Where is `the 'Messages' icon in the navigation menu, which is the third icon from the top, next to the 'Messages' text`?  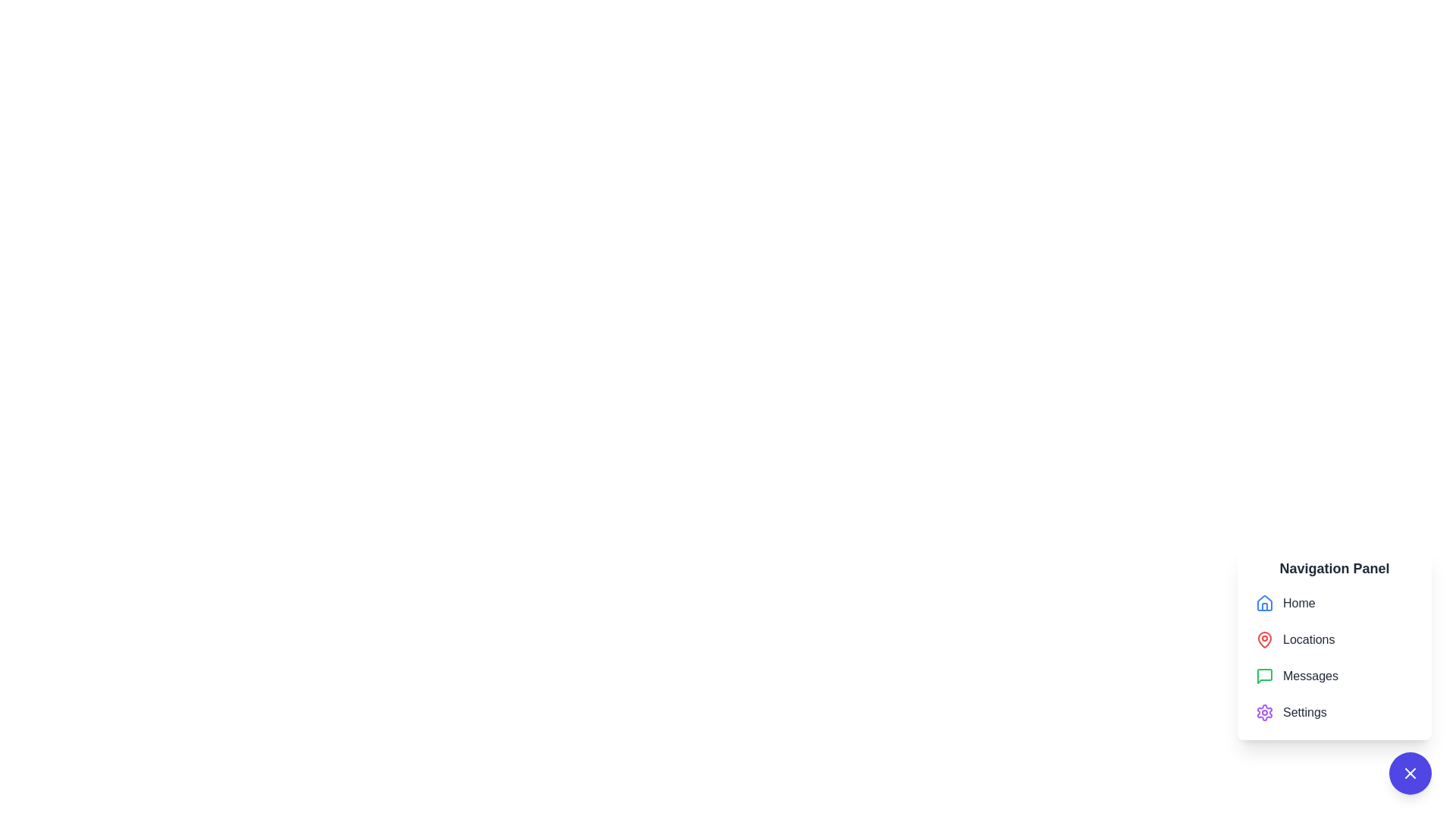
the 'Messages' icon in the navigation menu, which is the third icon from the top, next to the 'Messages' text is located at coordinates (1265, 675).